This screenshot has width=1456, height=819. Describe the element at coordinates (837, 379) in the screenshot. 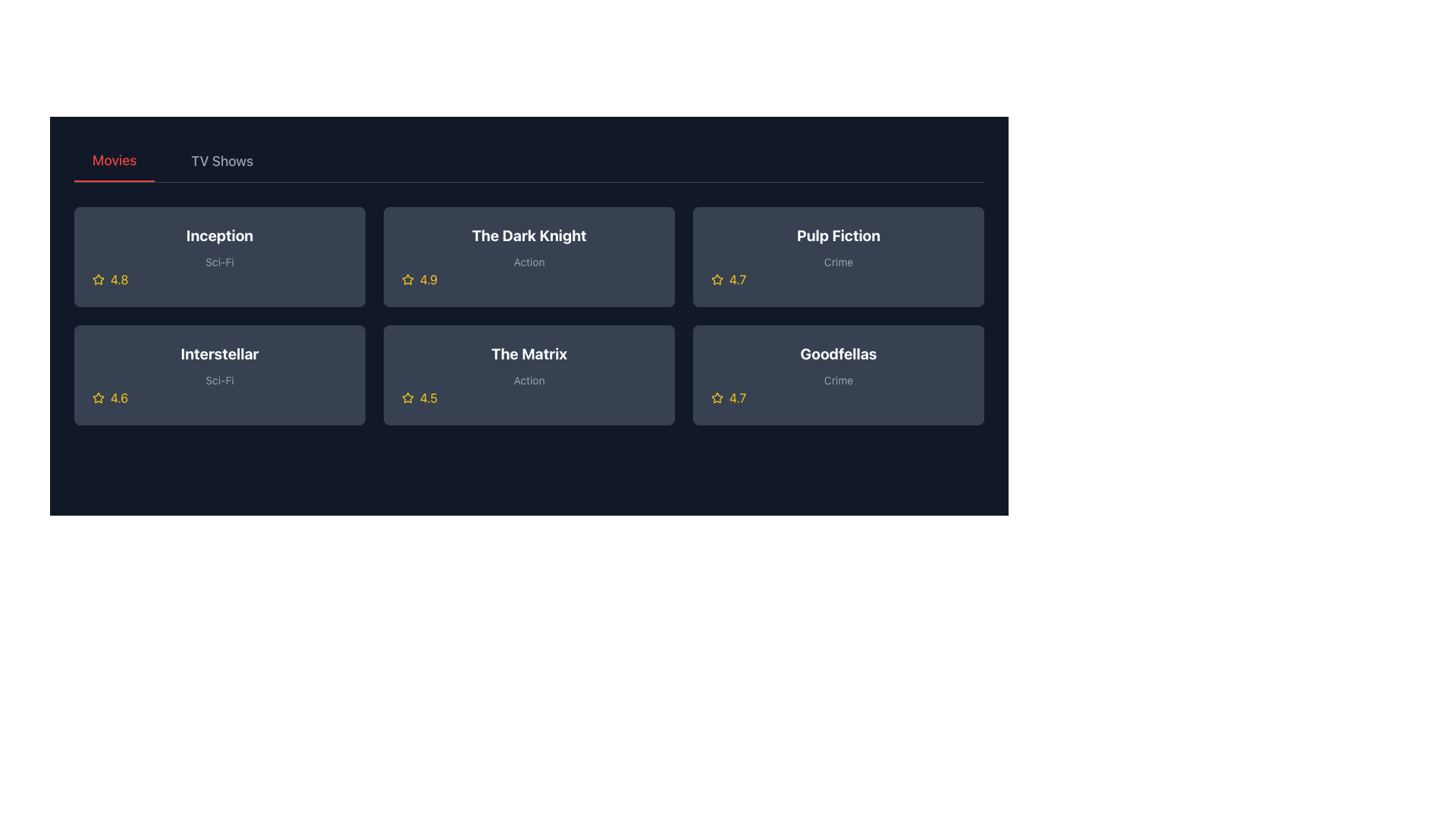

I see `the static text label indicating the genre of the movie 'Goodfellas', located beneath the title and to the right of the rating stars` at that location.